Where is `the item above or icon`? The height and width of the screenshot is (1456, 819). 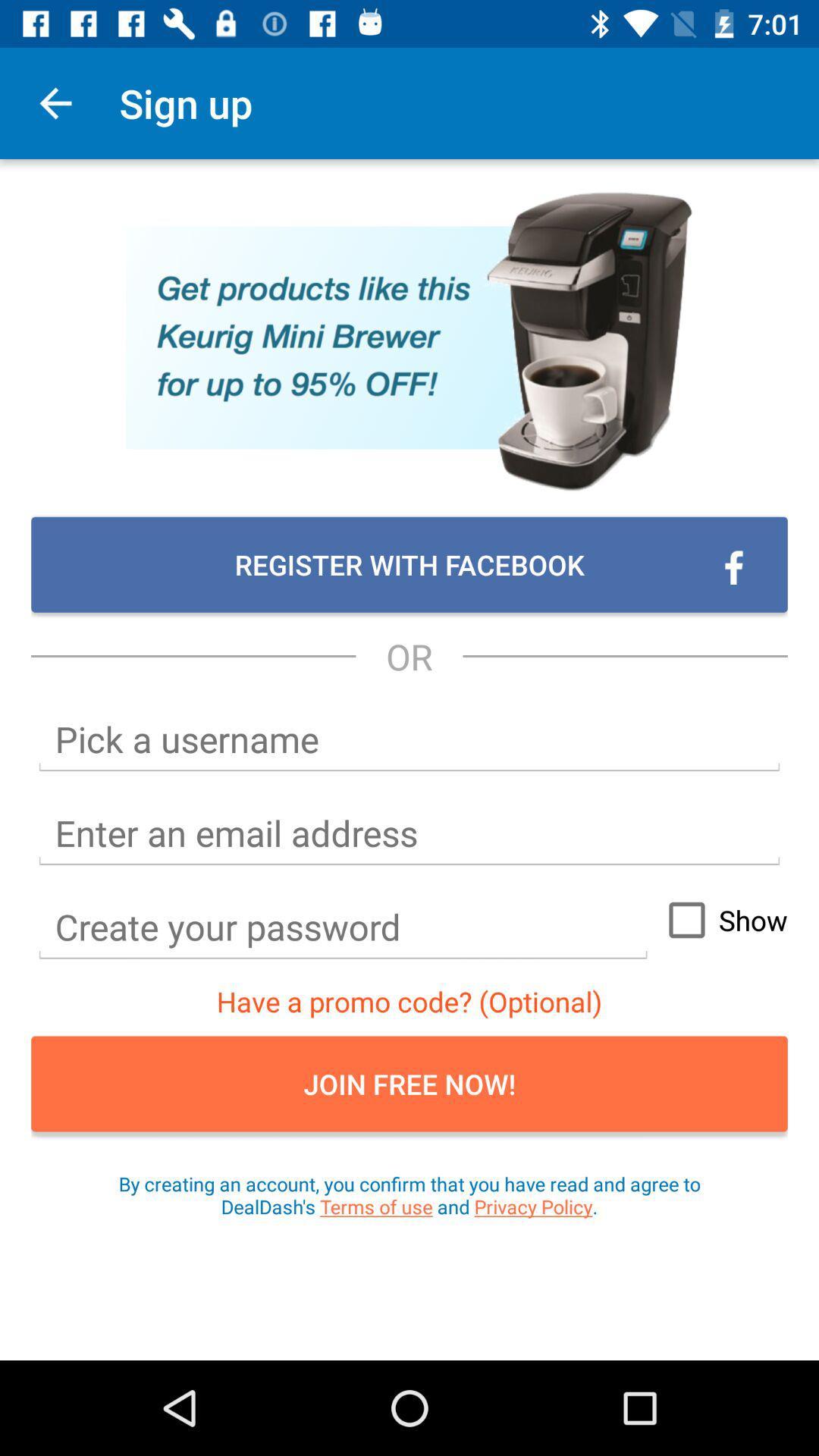
the item above or icon is located at coordinates (409, 563).